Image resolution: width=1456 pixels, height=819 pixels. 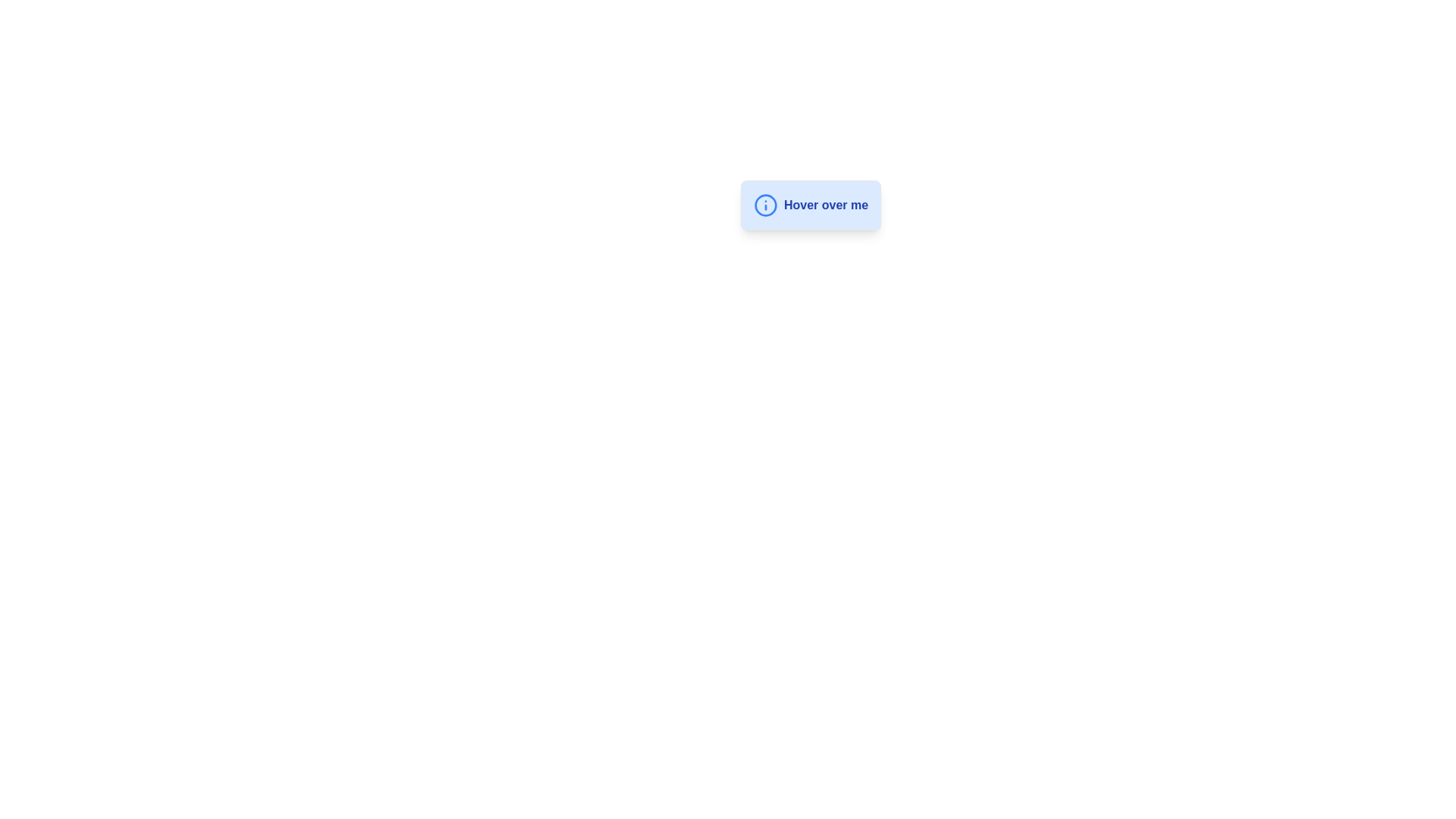 What do you see at coordinates (765, 205) in the screenshot?
I see `the circular SVG circle shape within the info icon, which is located near the left edge inside the 'Hover over me' button` at bounding box center [765, 205].